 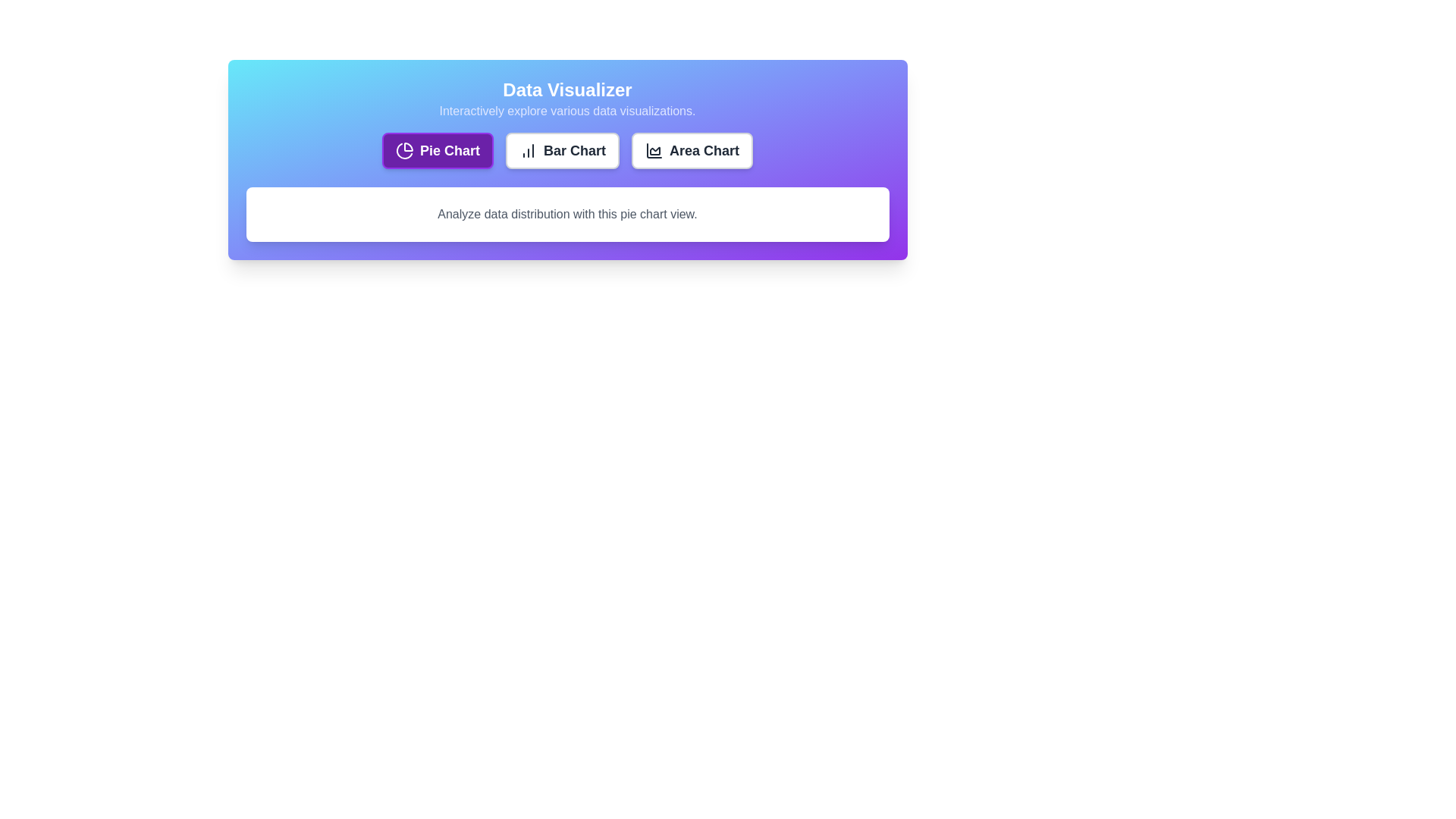 What do you see at coordinates (691, 151) in the screenshot?
I see `the Area Chart tab in the DataVisualizerTabs component` at bounding box center [691, 151].